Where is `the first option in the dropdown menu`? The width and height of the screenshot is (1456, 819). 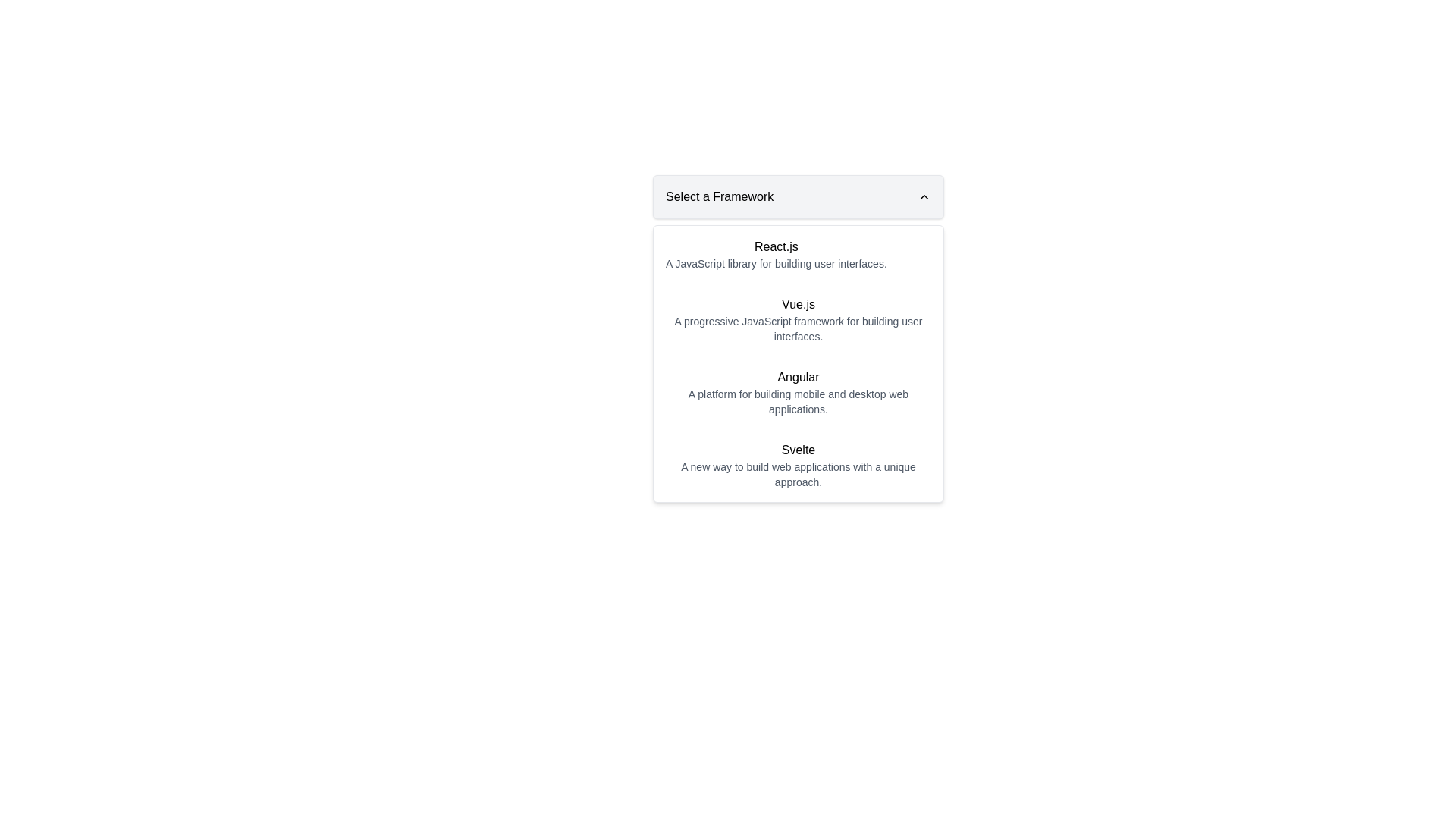 the first option in the dropdown menu is located at coordinates (797, 253).